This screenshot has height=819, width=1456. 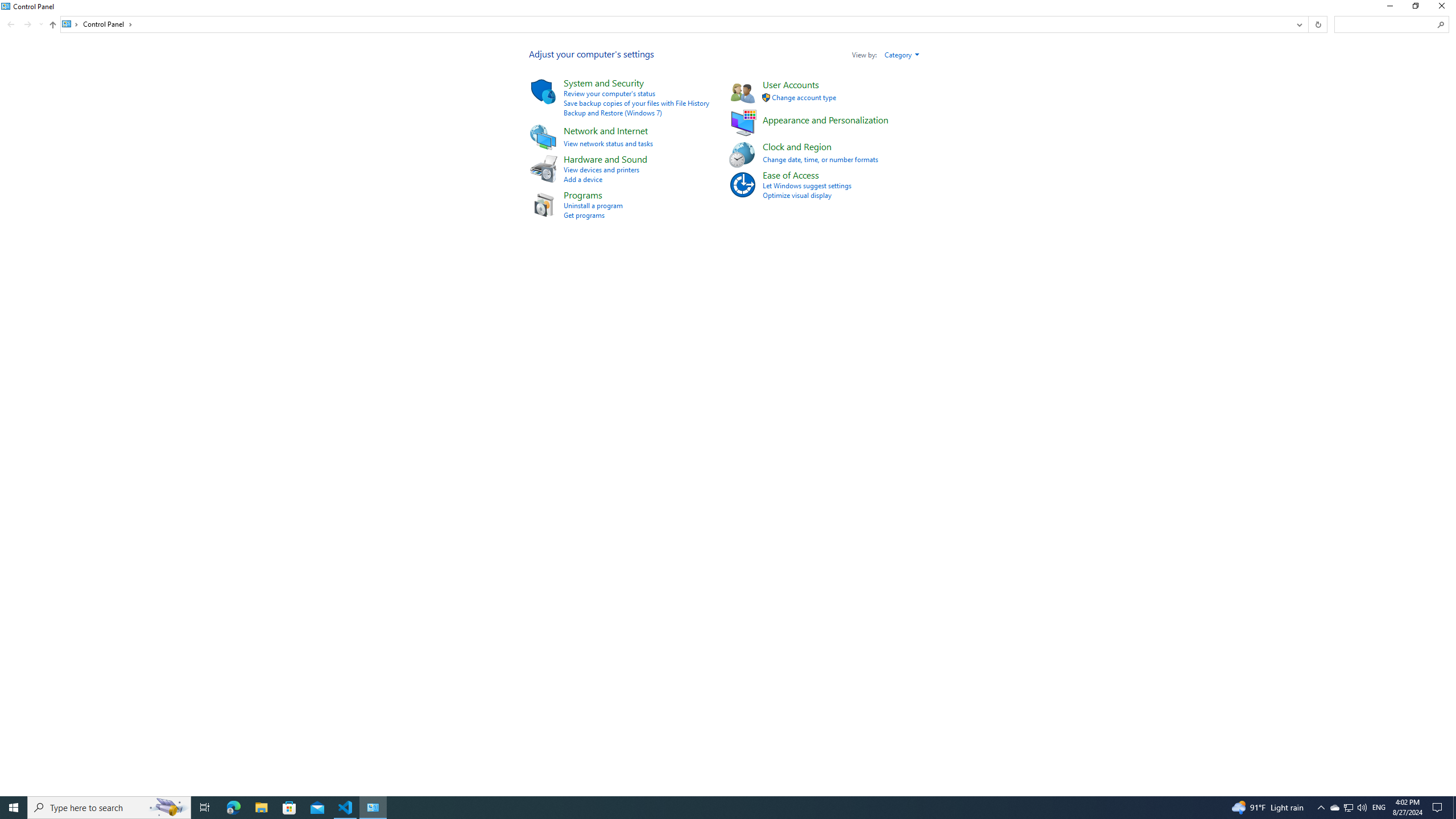 What do you see at coordinates (53, 26) in the screenshot?
I see `'Up band toolbar'` at bounding box center [53, 26].